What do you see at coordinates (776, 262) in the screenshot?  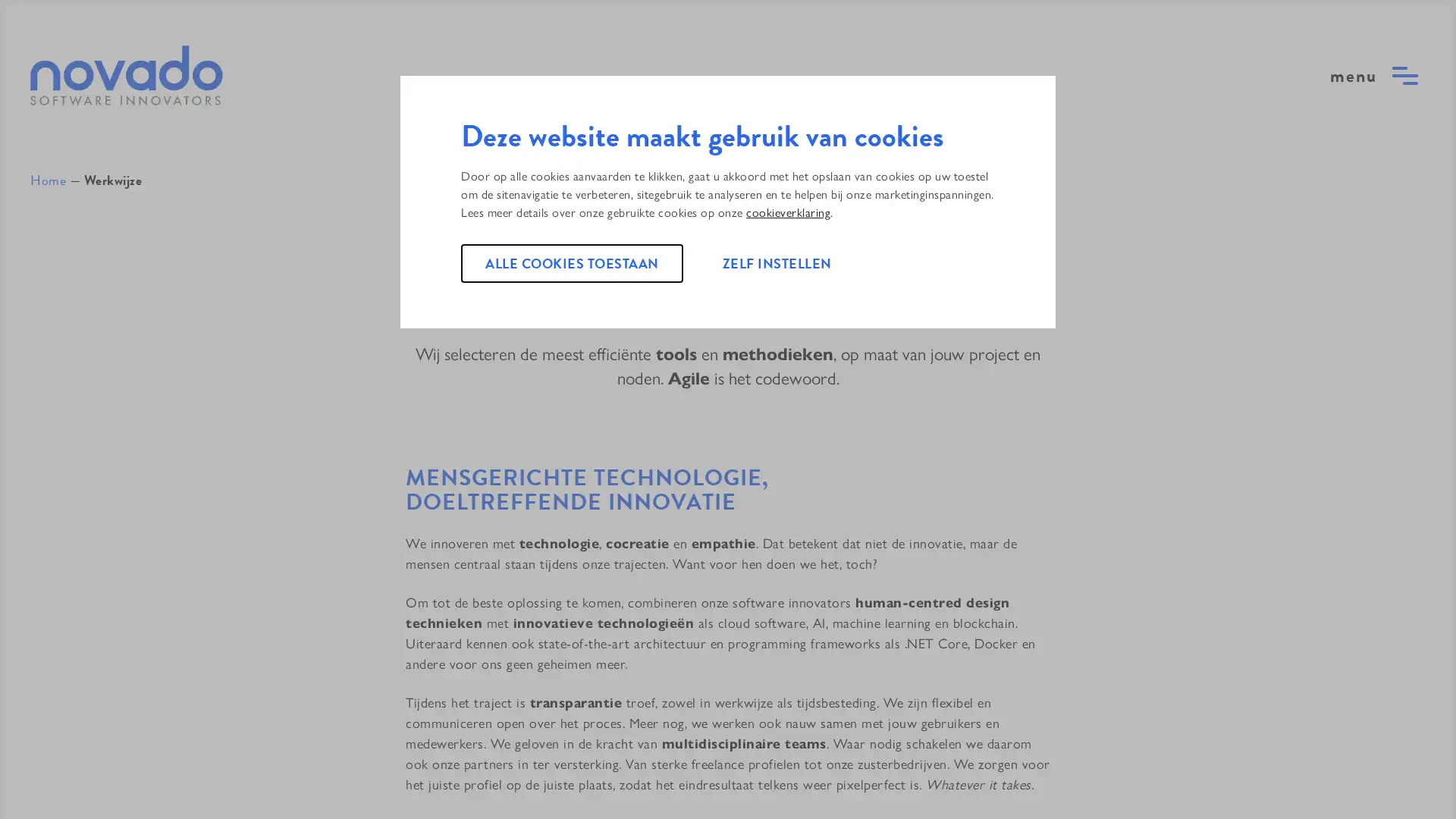 I see `ZELF INSTELLEN` at bounding box center [776, 262].